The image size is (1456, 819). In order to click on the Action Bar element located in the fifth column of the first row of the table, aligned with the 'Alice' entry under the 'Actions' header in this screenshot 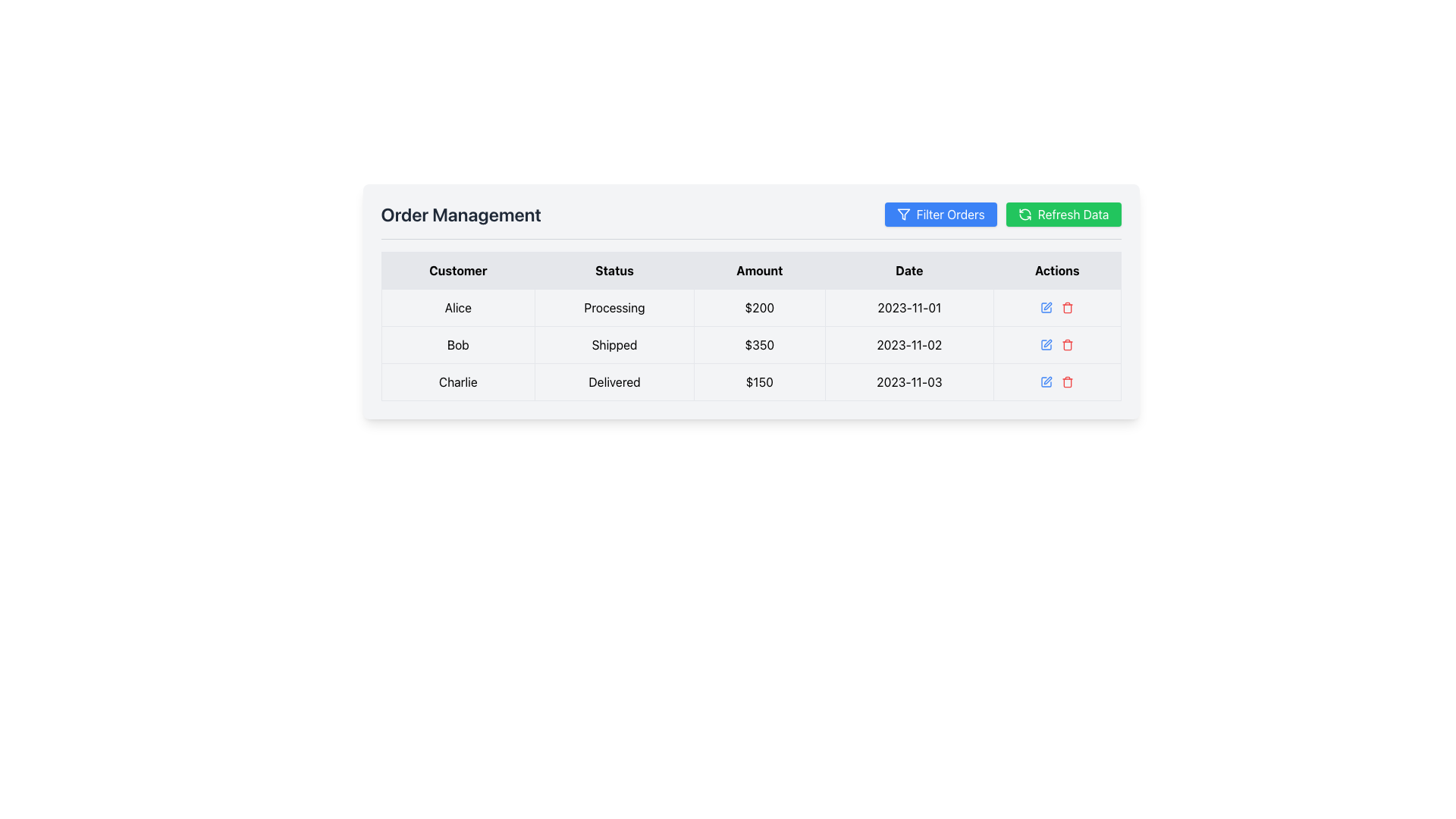, I will do `click(1056, 307)`.